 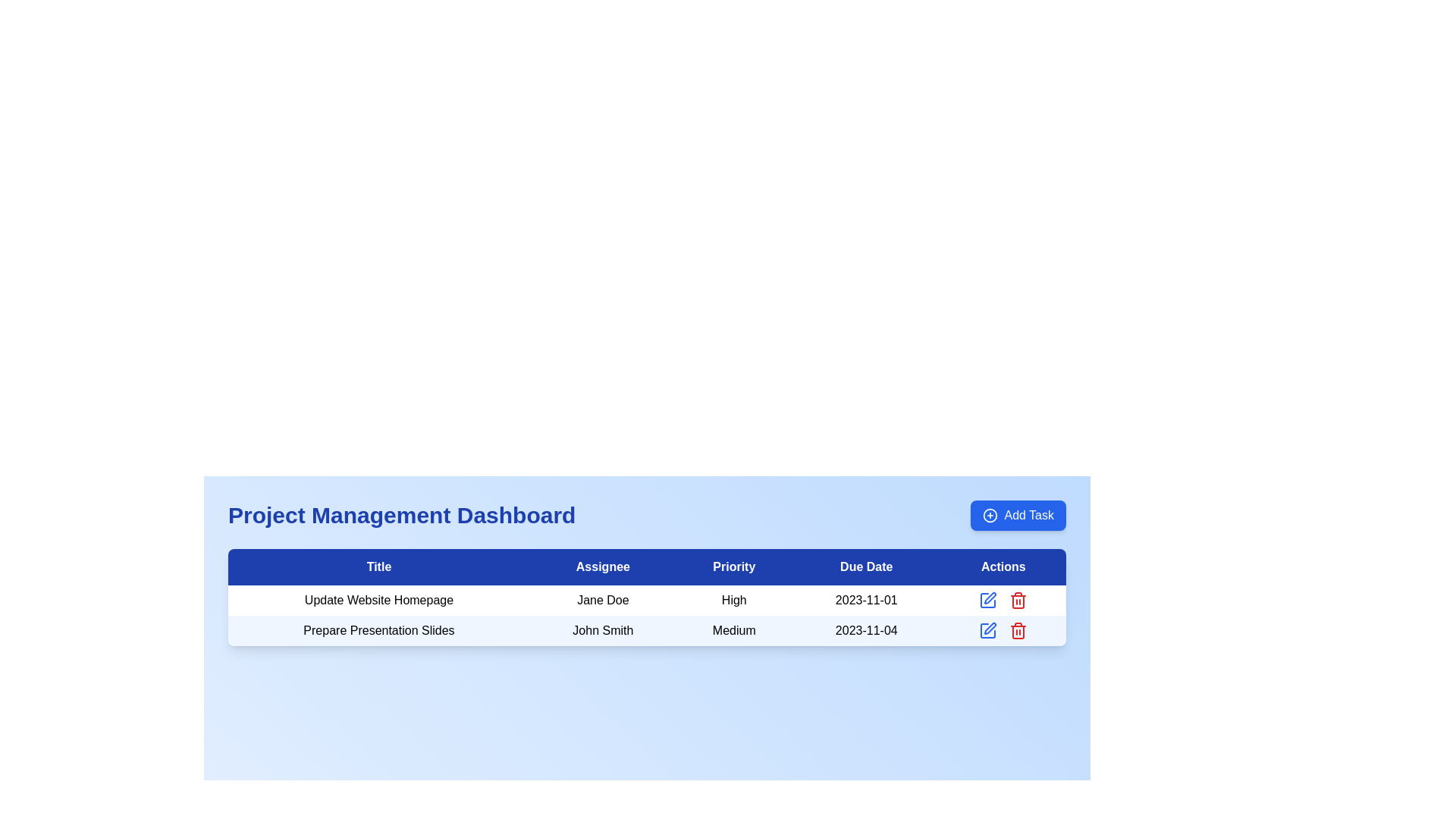 I want to click on the 'Assignee' text label, which is the second column header in the table, displayed in bold white on a blue background, so click(x=602, y=567).